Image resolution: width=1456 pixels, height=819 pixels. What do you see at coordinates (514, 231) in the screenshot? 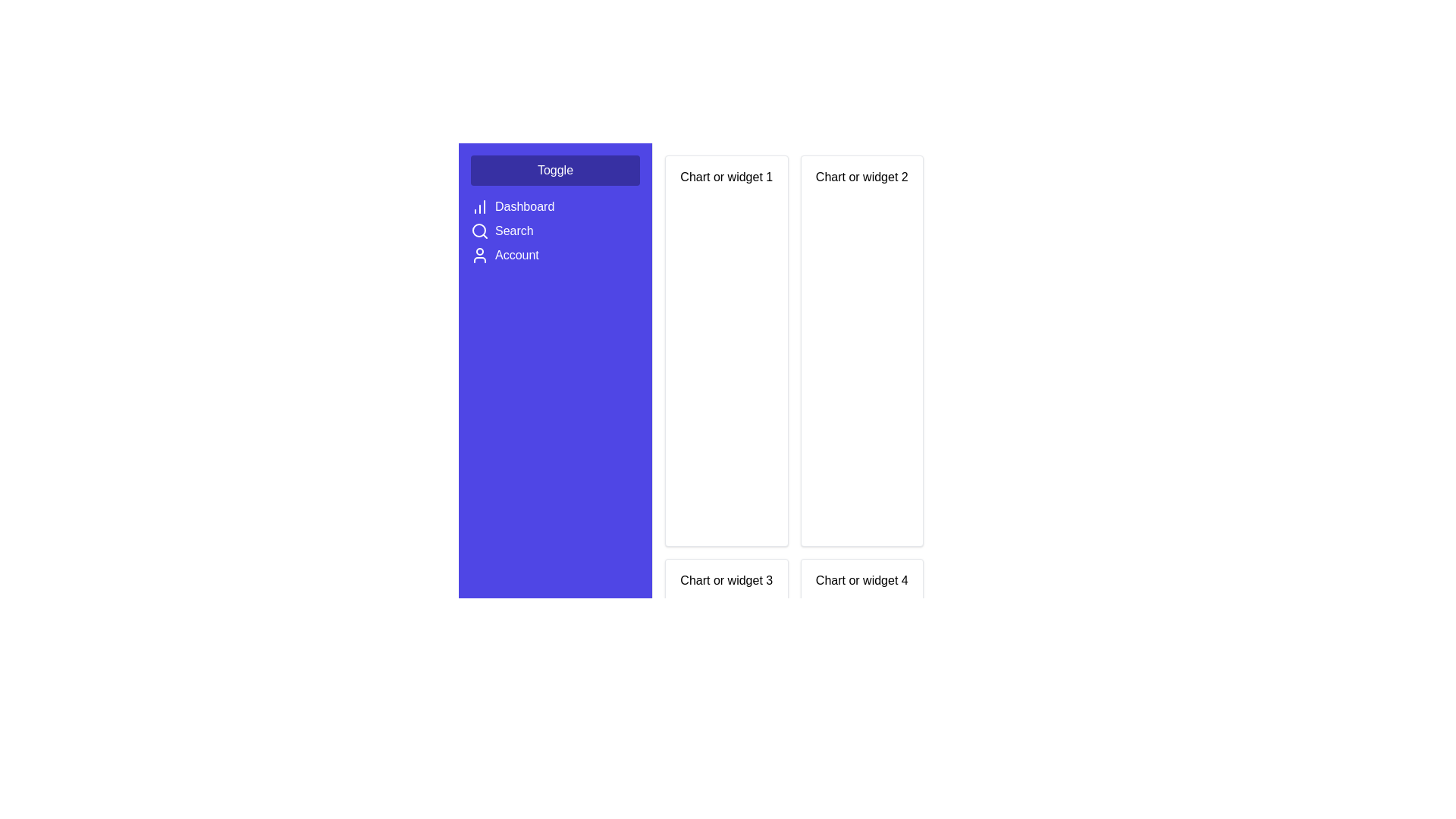
I see `the Text Label indicating the Search functionality in the vertical navigation menu, located between the 'Dashboard' and 'Account' options` at bounding box center [514, 231].